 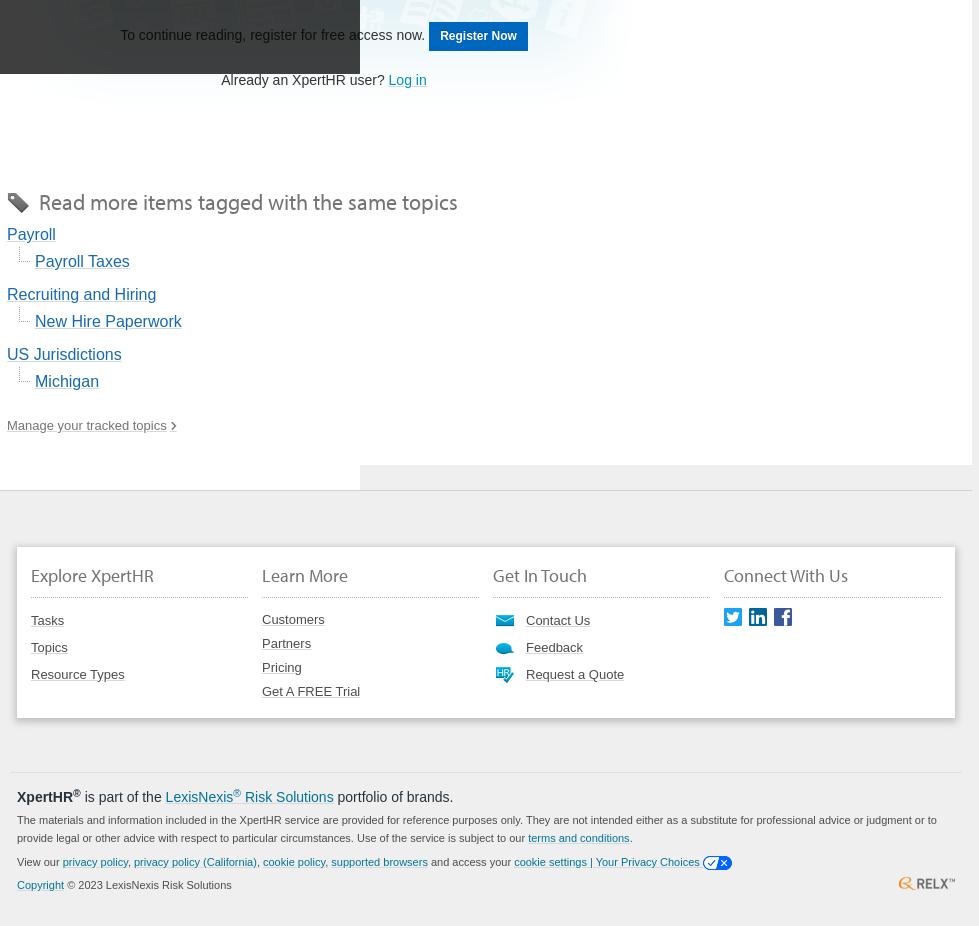 What do you see at coordinates (293, 860) in the screenshot?
I see `'cookie policy'` at bounding box center [293, 860].